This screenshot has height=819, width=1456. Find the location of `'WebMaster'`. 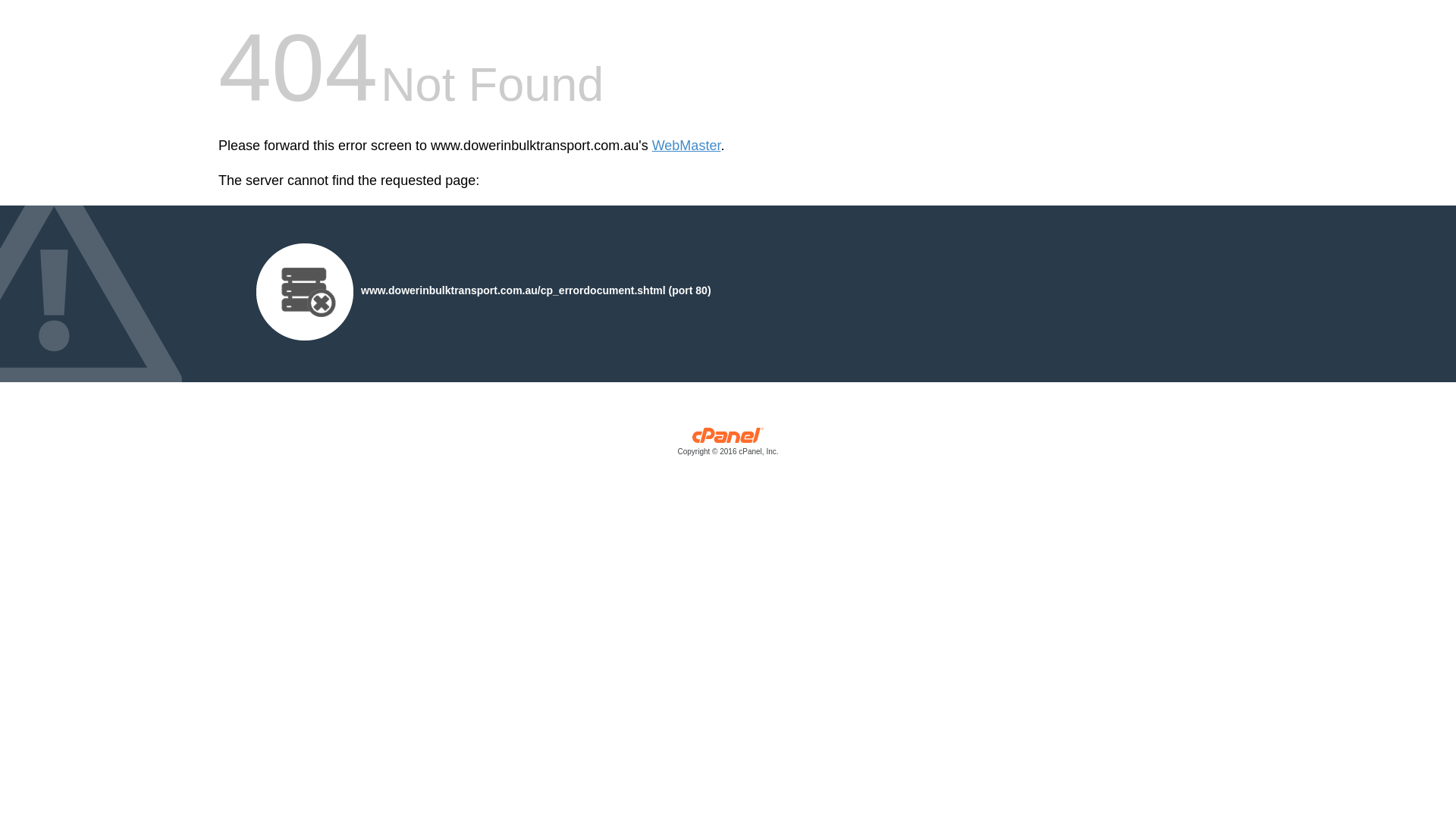

'WebMaster' is located at coordinates (686, 146).